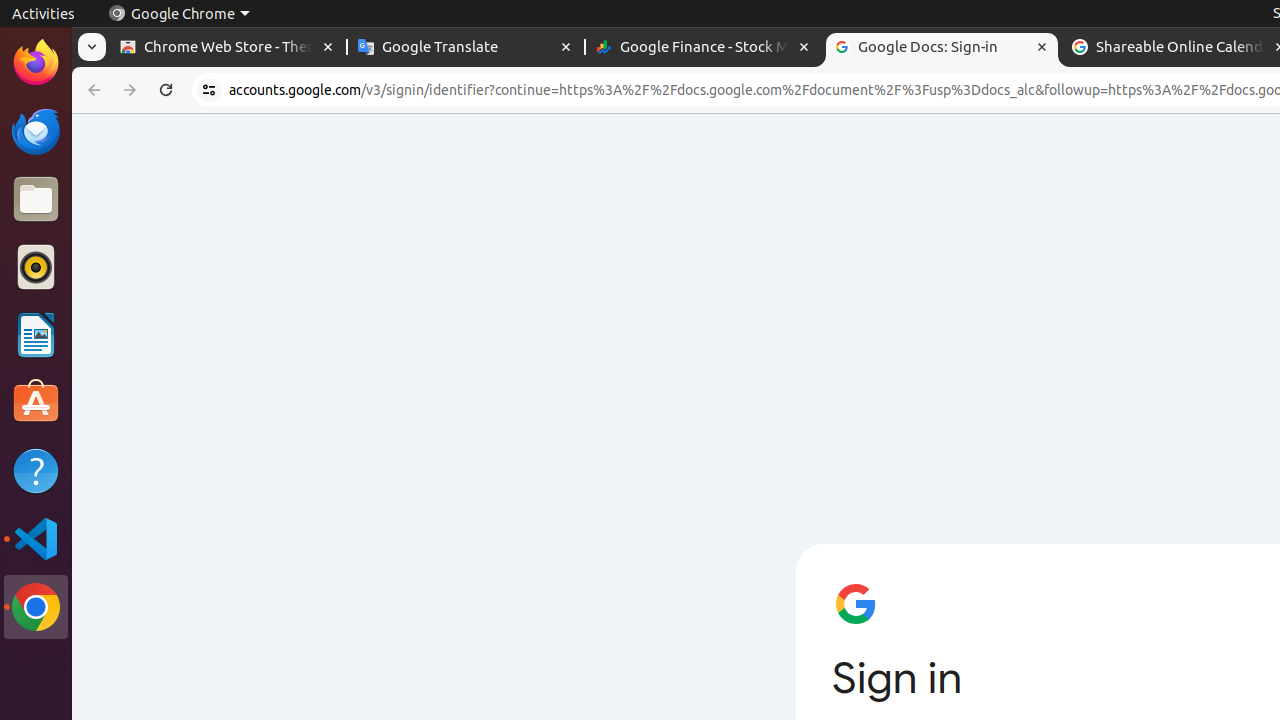  Describe the element at coordinates (940, 46) in the screenshot. I see `'Google Docs: Sign-in'` at that location.